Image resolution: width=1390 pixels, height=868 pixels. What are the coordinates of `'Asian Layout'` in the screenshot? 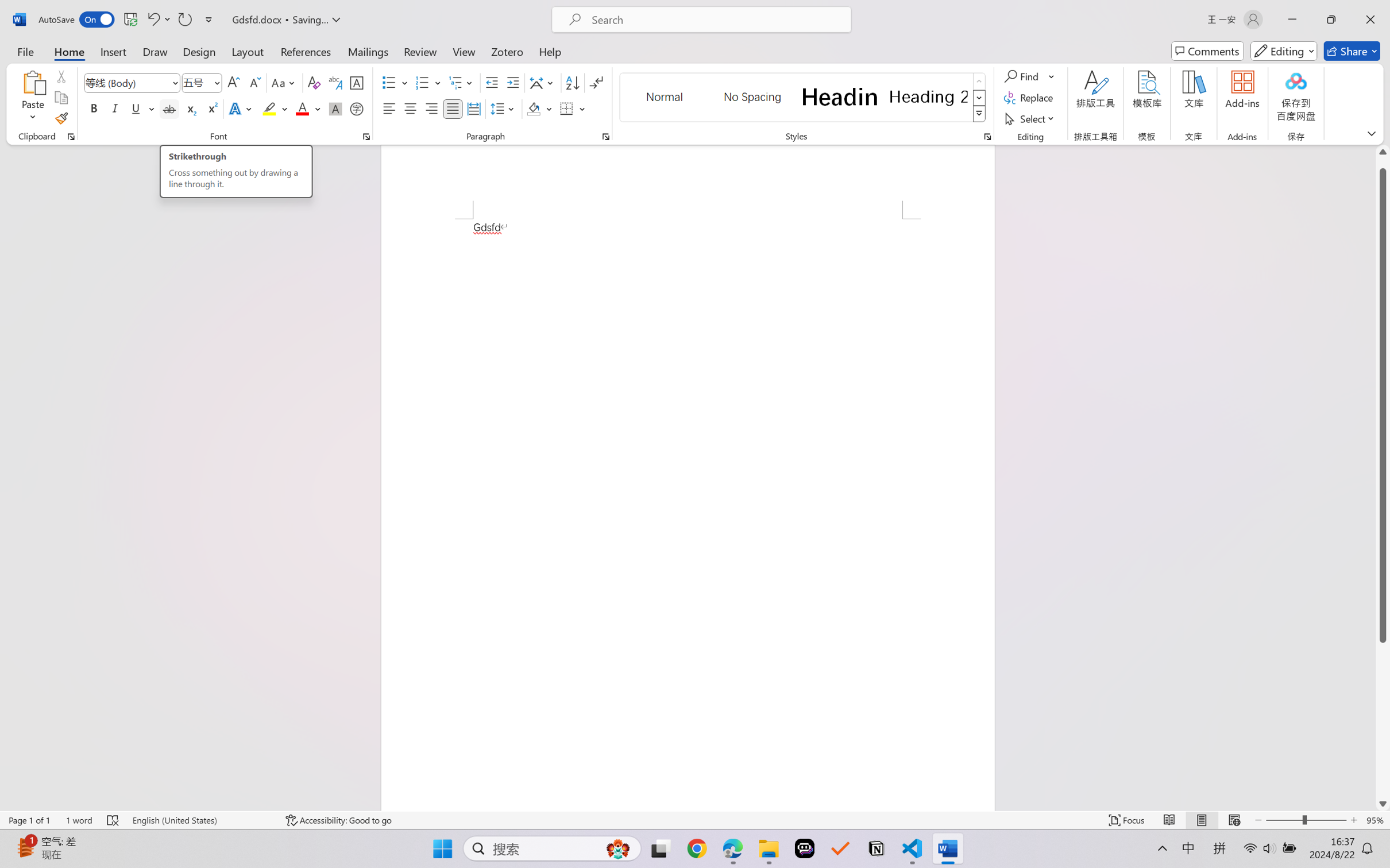 It's located at (542, 83).